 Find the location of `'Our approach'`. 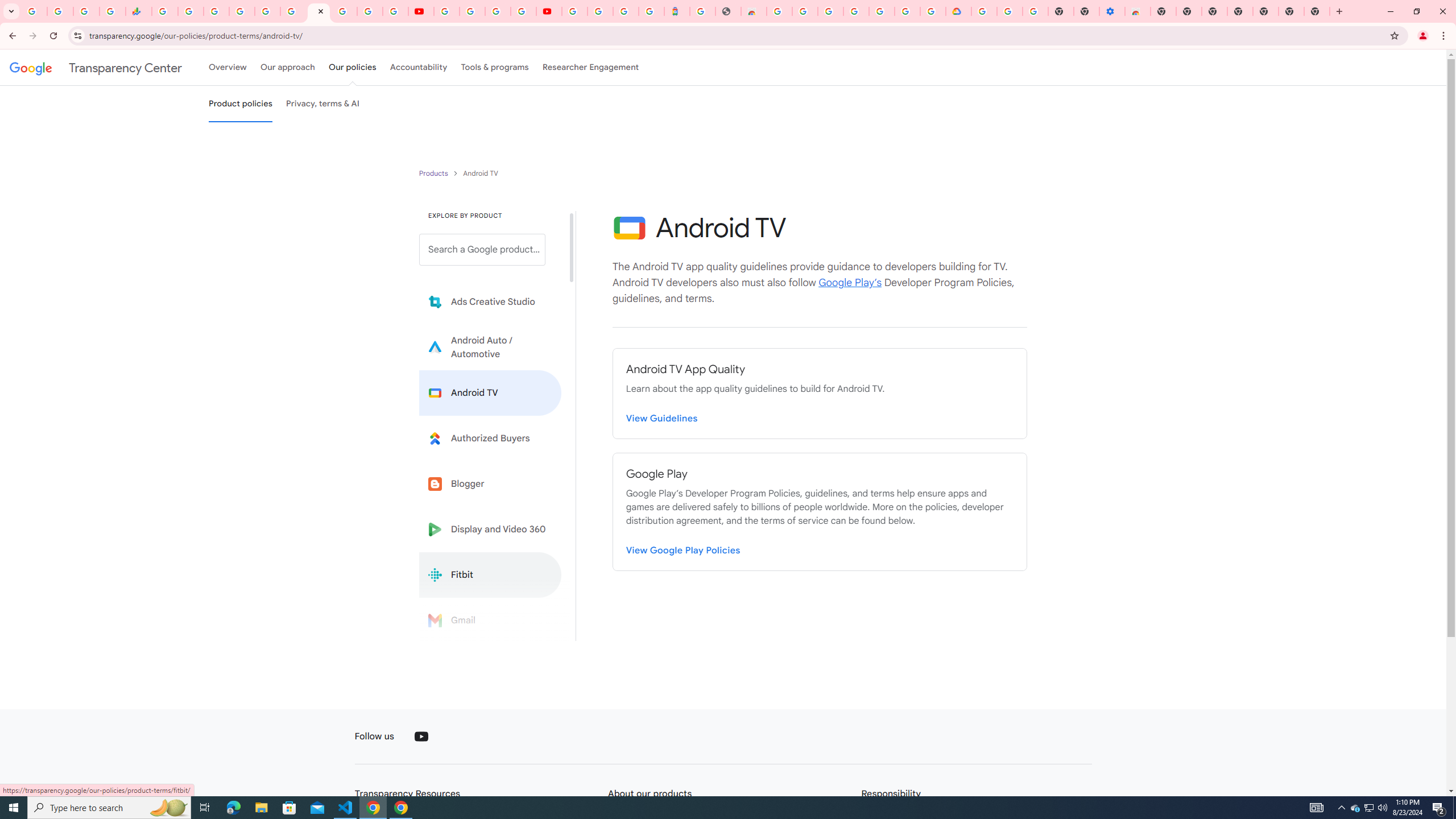

'Our approach' is located at coordinates (287, 67).